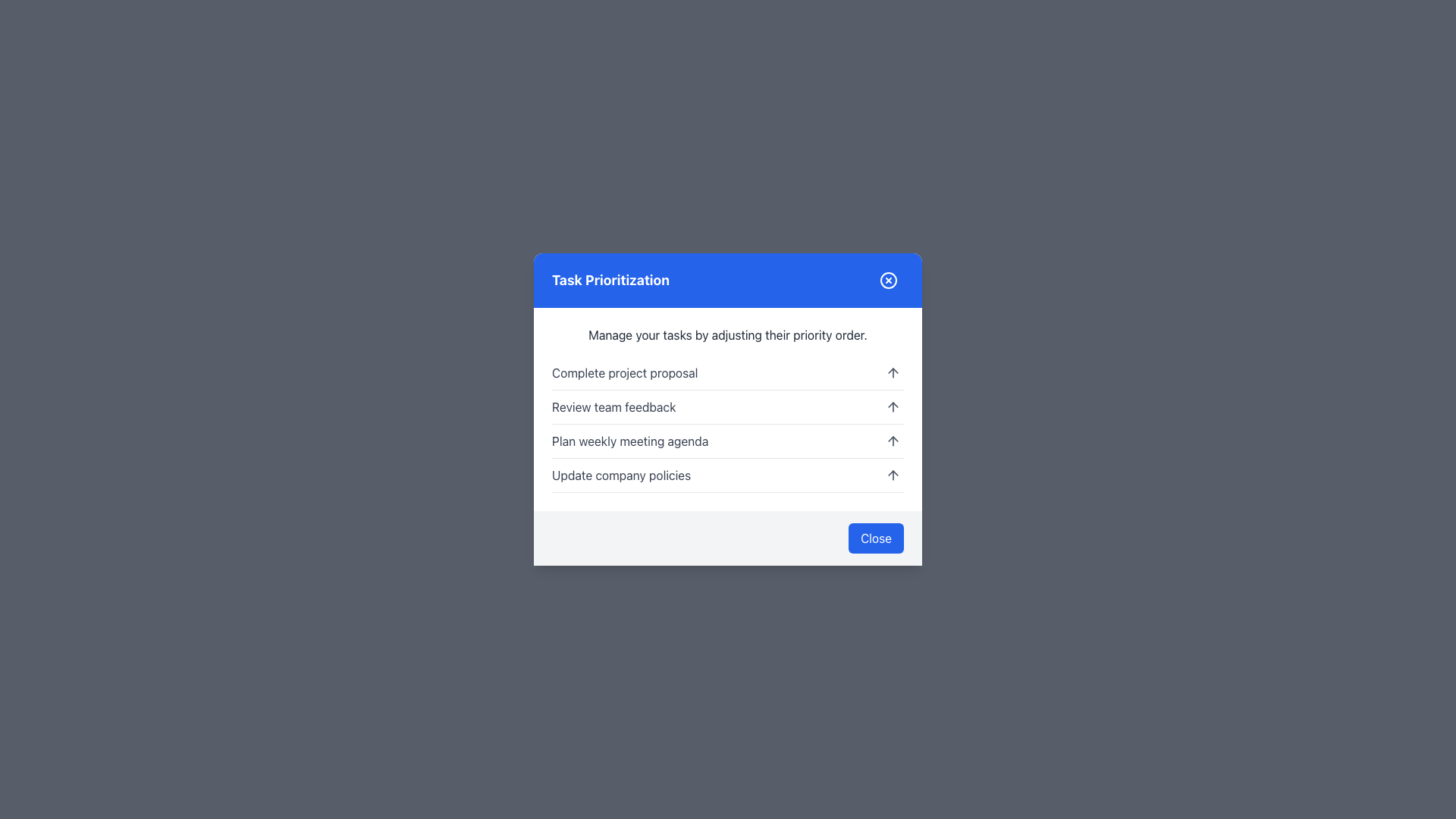  I want to click on the 'Close' button with a blue background and white text located at the bottom-right corner of the dialog box, so click(876, 537).